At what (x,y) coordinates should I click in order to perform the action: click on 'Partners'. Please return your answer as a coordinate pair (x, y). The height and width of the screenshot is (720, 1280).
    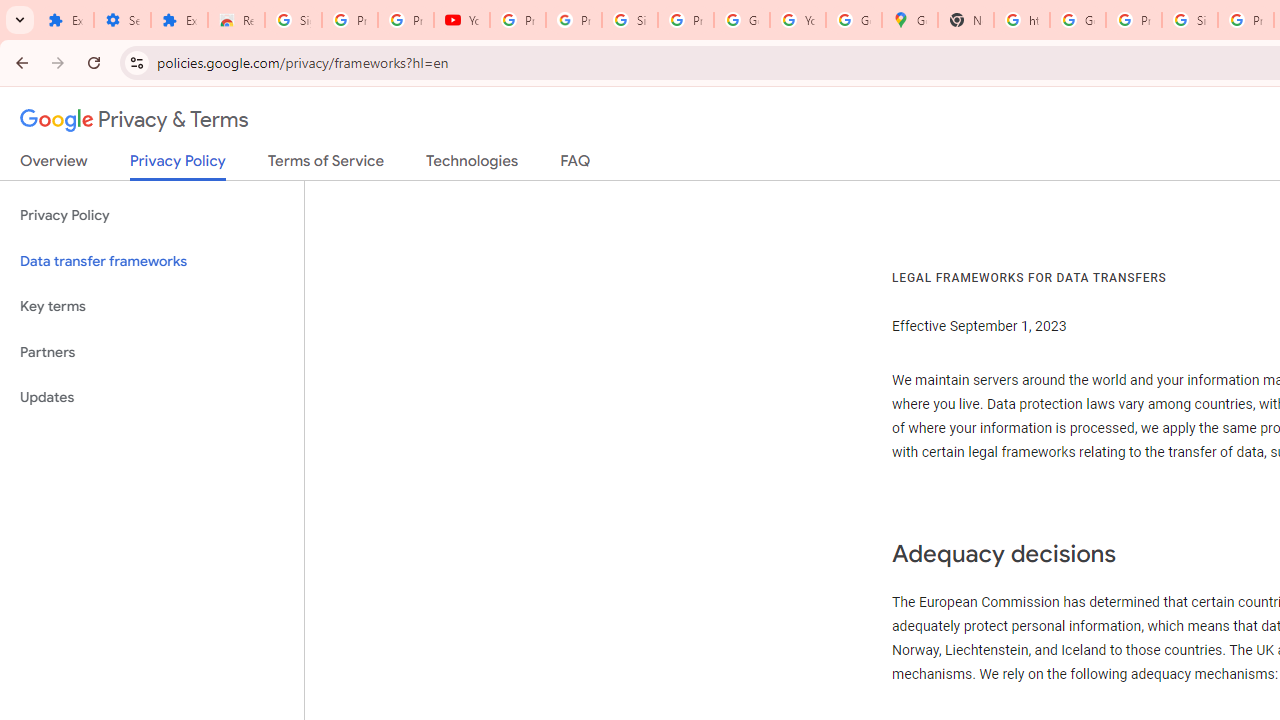
    Looking at the image, I should click on (151, 351).